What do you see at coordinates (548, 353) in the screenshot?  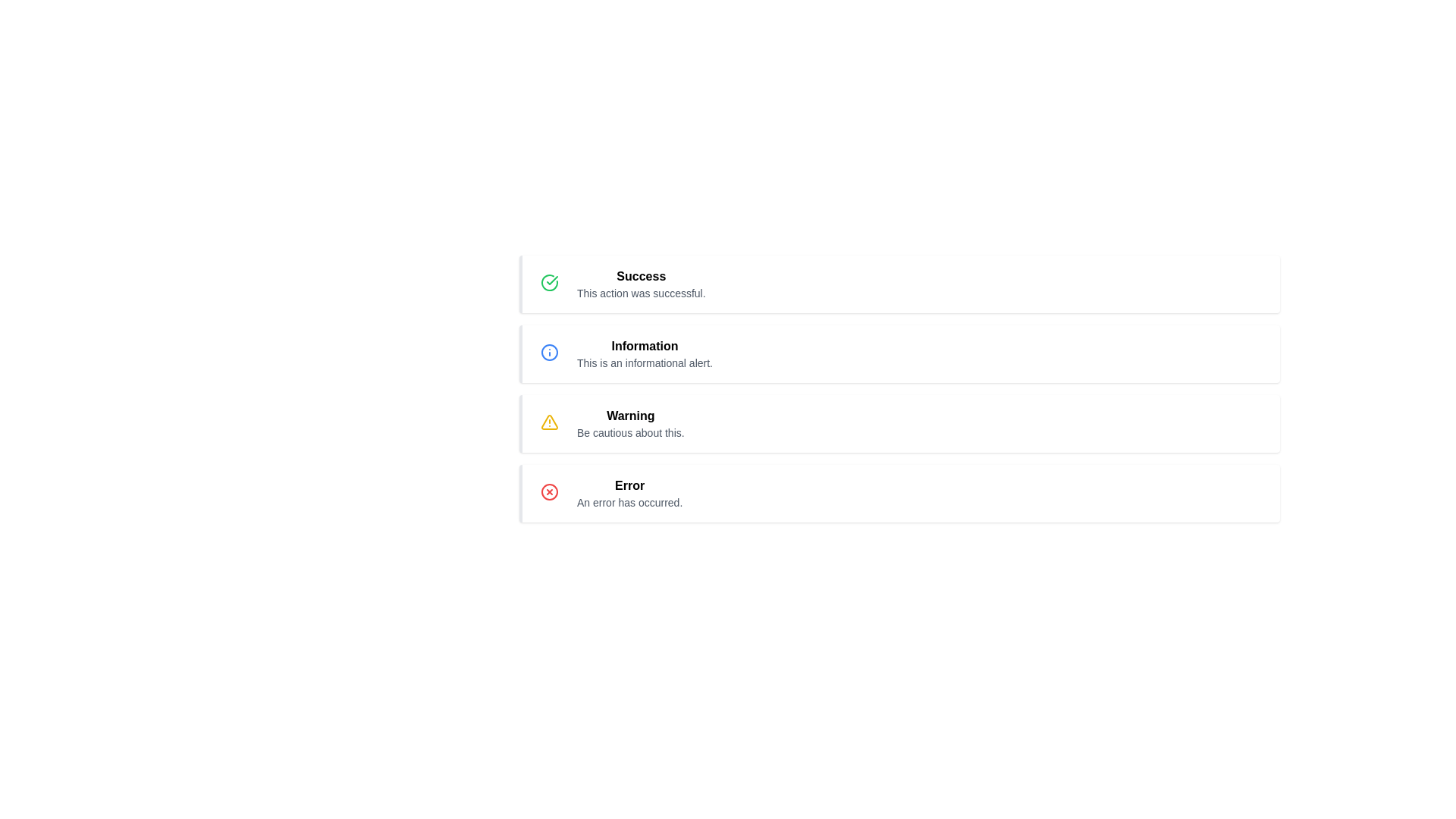 I see `the circular icon containing an 'i' symbol with a blue outline and interior, located on the left side of the alert box labeled 'Information This is an informational alert.'` at bounding box center [548, 353].